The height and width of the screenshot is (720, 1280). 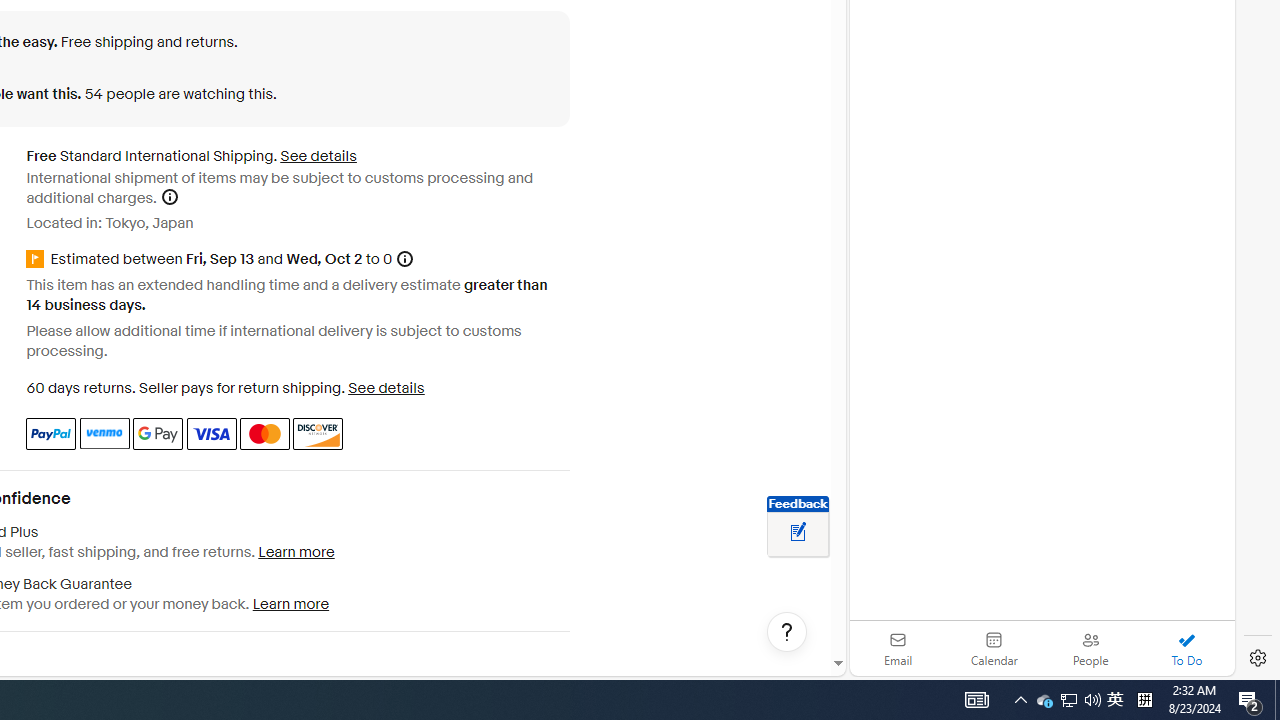 What do you see at coordinates (994, 648) in the screenshot?
I see `'Calendar. Date today is 22'` at bounding box center [994, 648].